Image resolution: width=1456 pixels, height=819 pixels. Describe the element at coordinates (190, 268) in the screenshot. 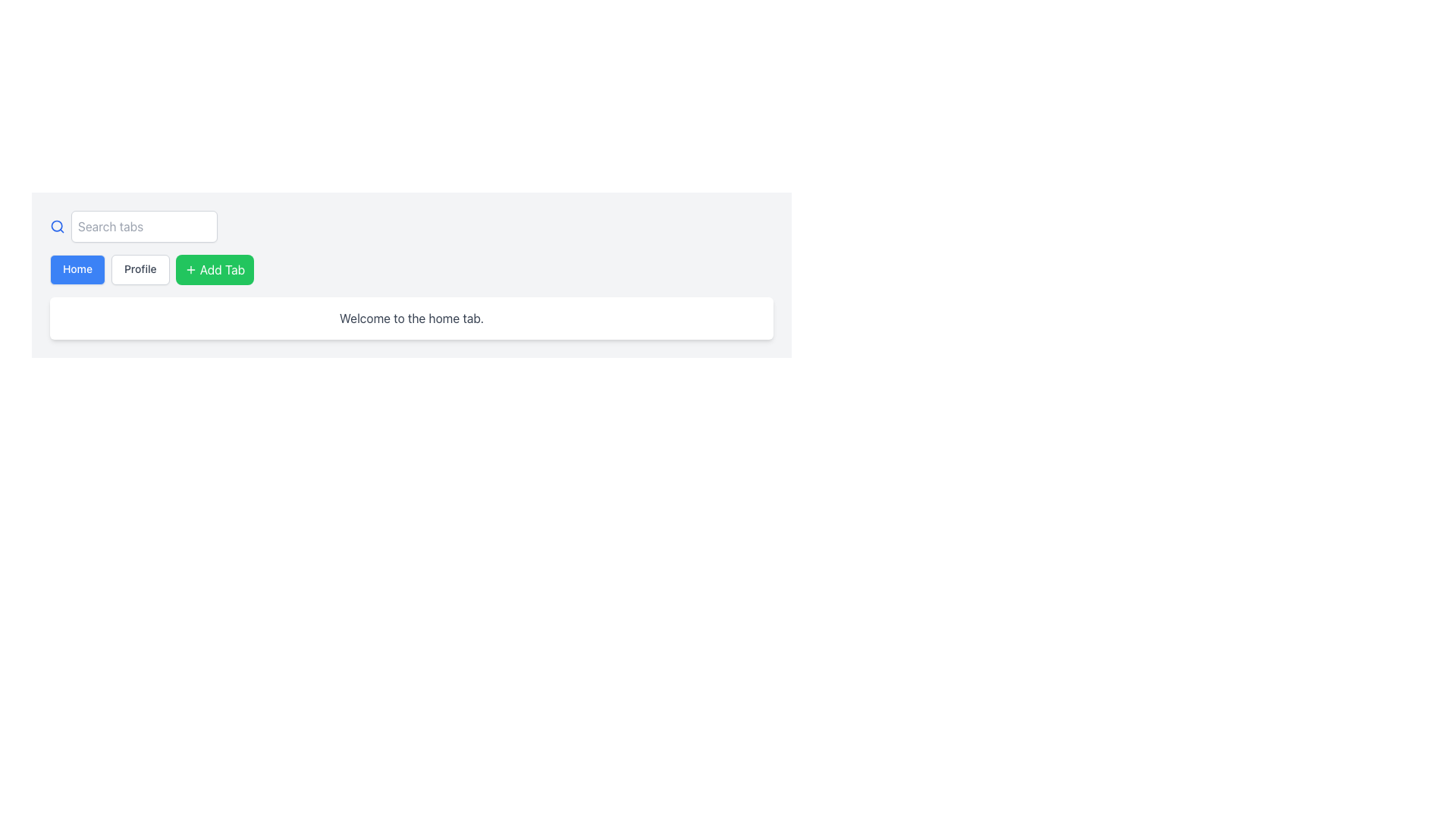

I see `the plus icon located inside the green 'Add Tab' button` at that location.